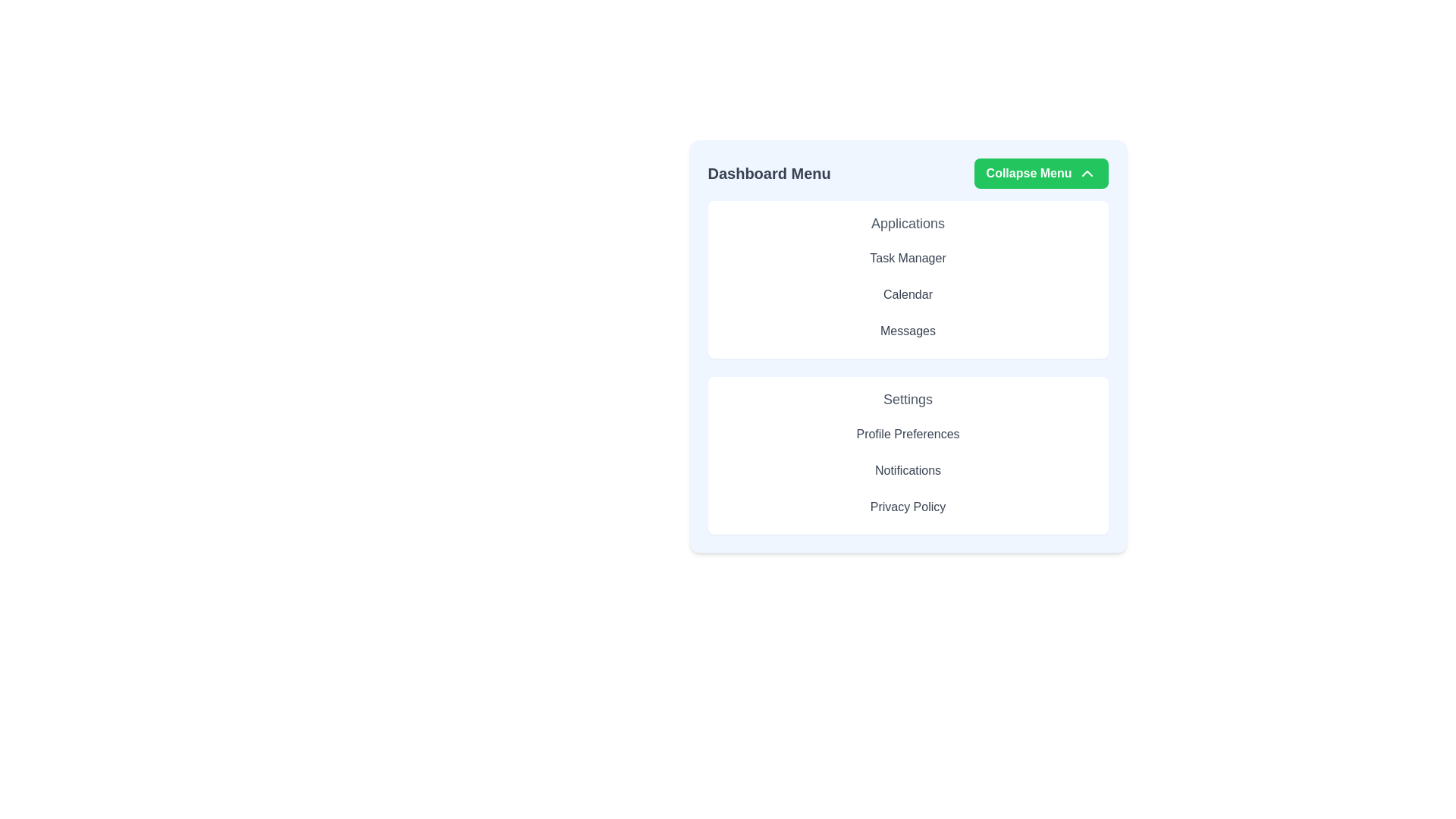 The width and height of the screenshot is (1456, 819). Describe the element at coordinates (1086, 172) in the screenshot. I see `the upward chevron-shaped icon on the 'Collapse Menu' button` at that location.